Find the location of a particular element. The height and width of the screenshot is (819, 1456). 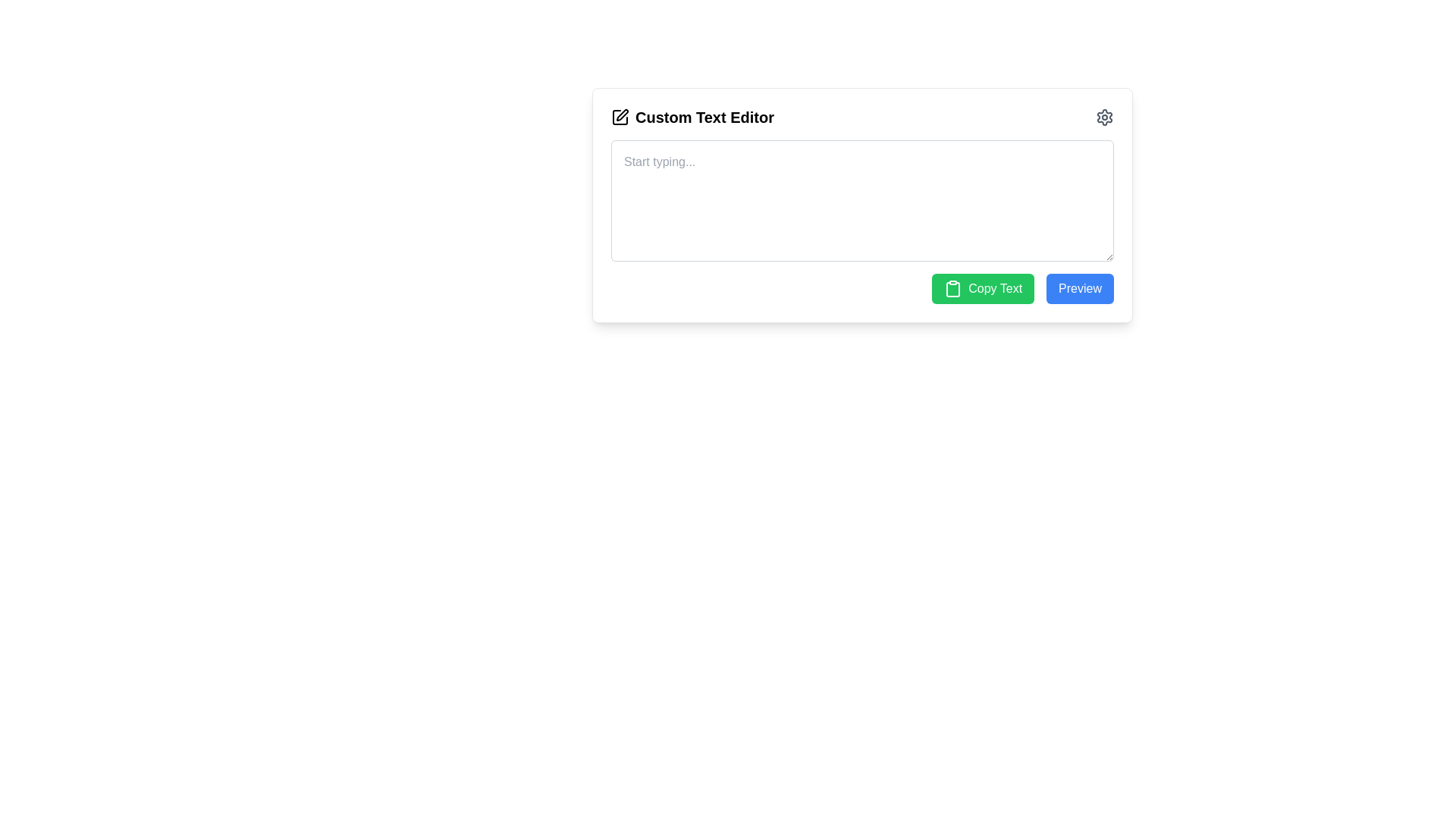

the preview button located at the bottom-right corner of the panel to observe the color change effect is located at coordinates (1079, 289).